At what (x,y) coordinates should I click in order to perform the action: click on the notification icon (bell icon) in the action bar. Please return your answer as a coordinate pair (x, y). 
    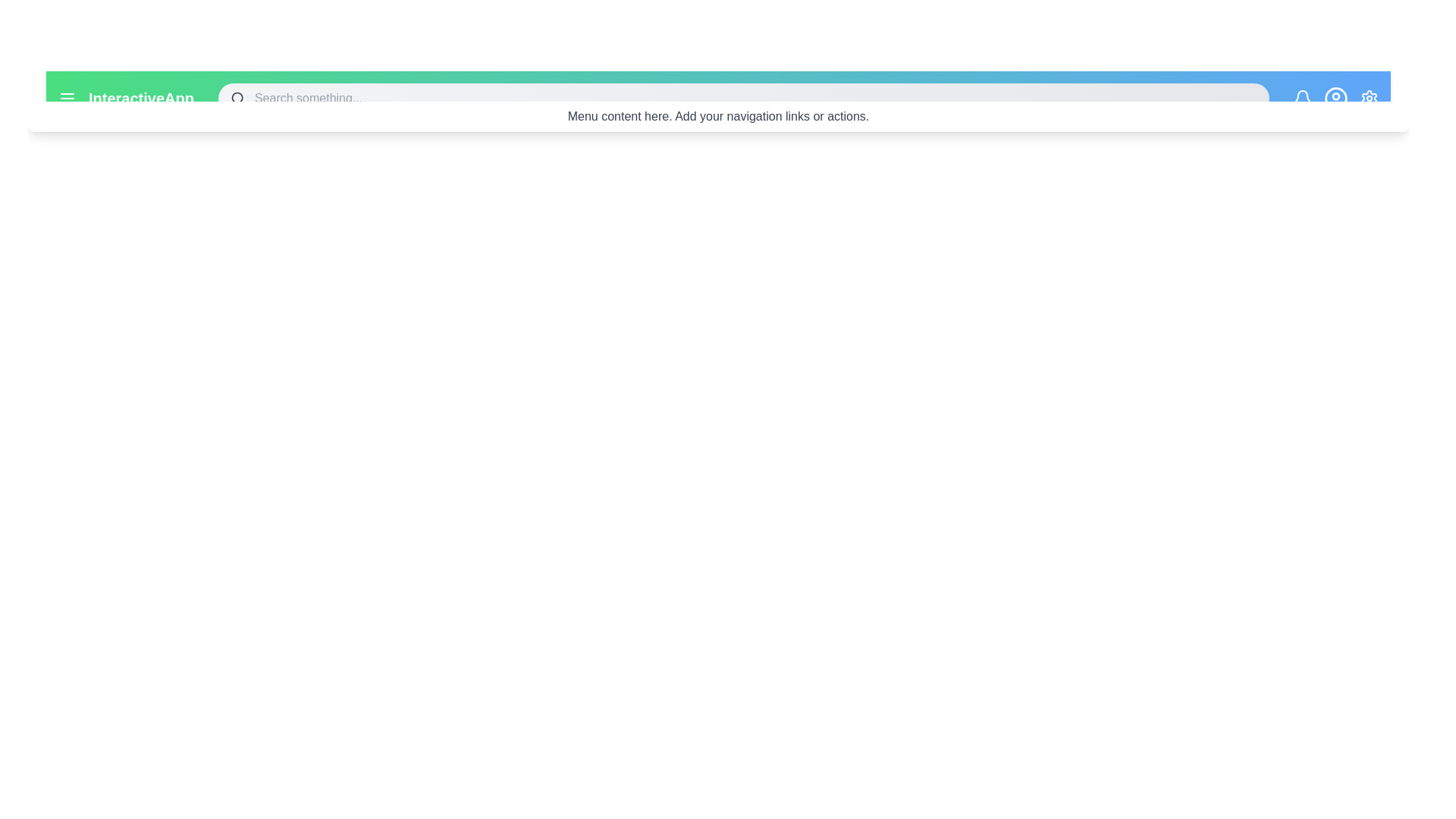
    Looking at the image, I should click on (1302, 99).